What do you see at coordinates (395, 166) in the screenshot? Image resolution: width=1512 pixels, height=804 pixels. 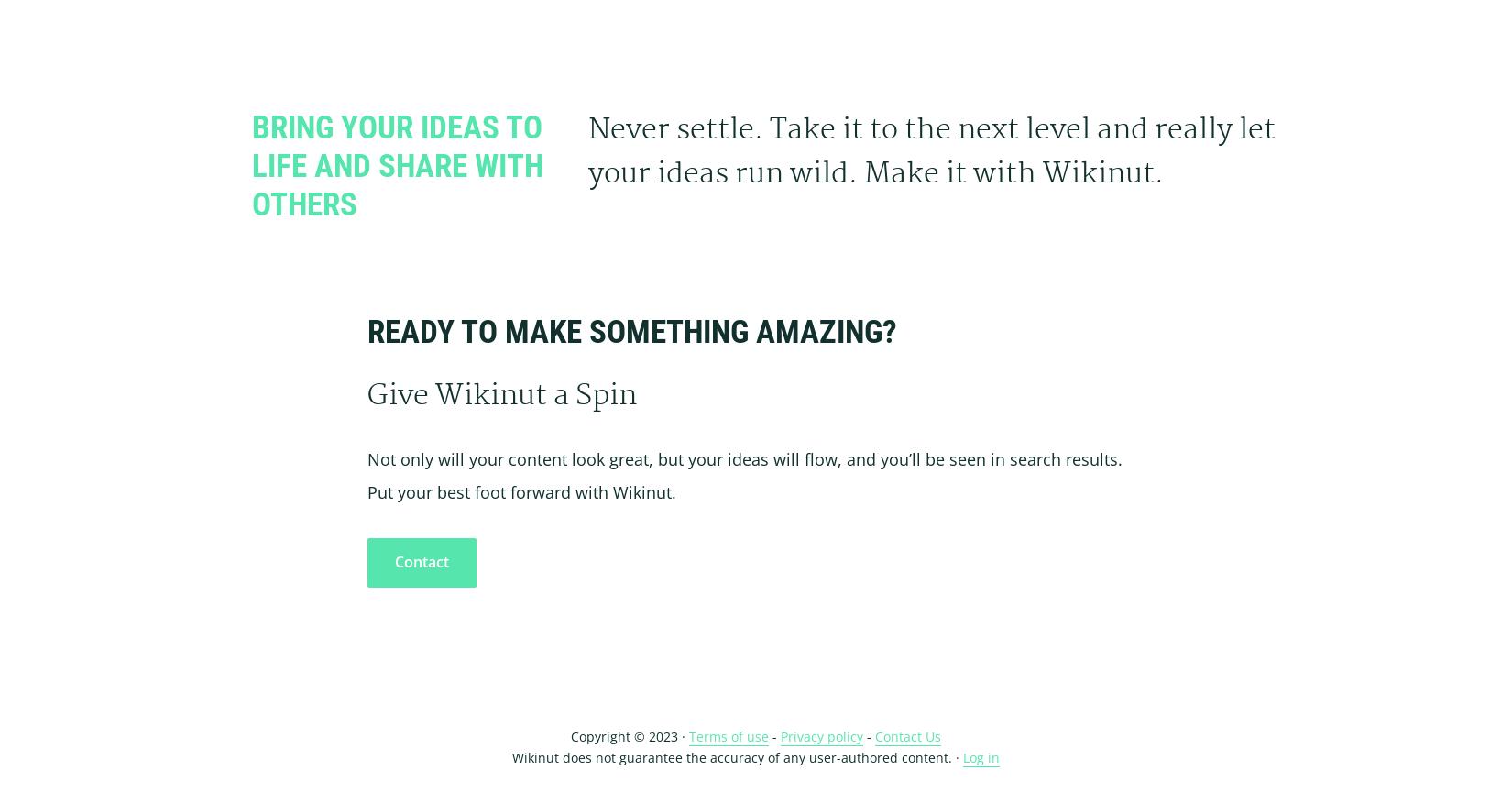 I see `'Bring Your Ideas To Life and Share With Others'` at bounding box center [395, 166].